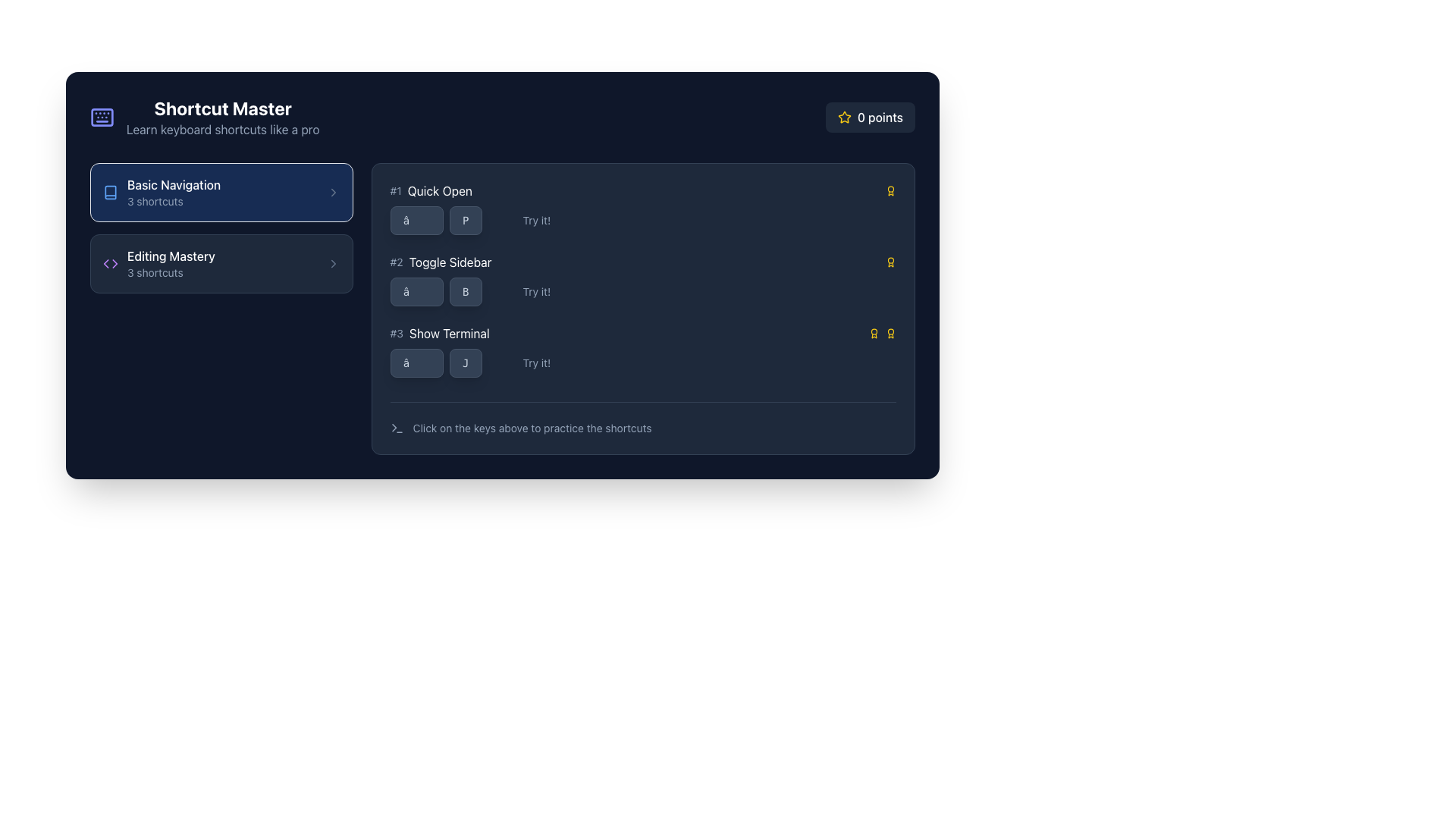  What do you see at coordinates (448, 332) in the screenshot?
I see `the text label positioned in the third line of a sequentially numbered list, located between '#3' and a clickable button` at bounding box center [448, 332].